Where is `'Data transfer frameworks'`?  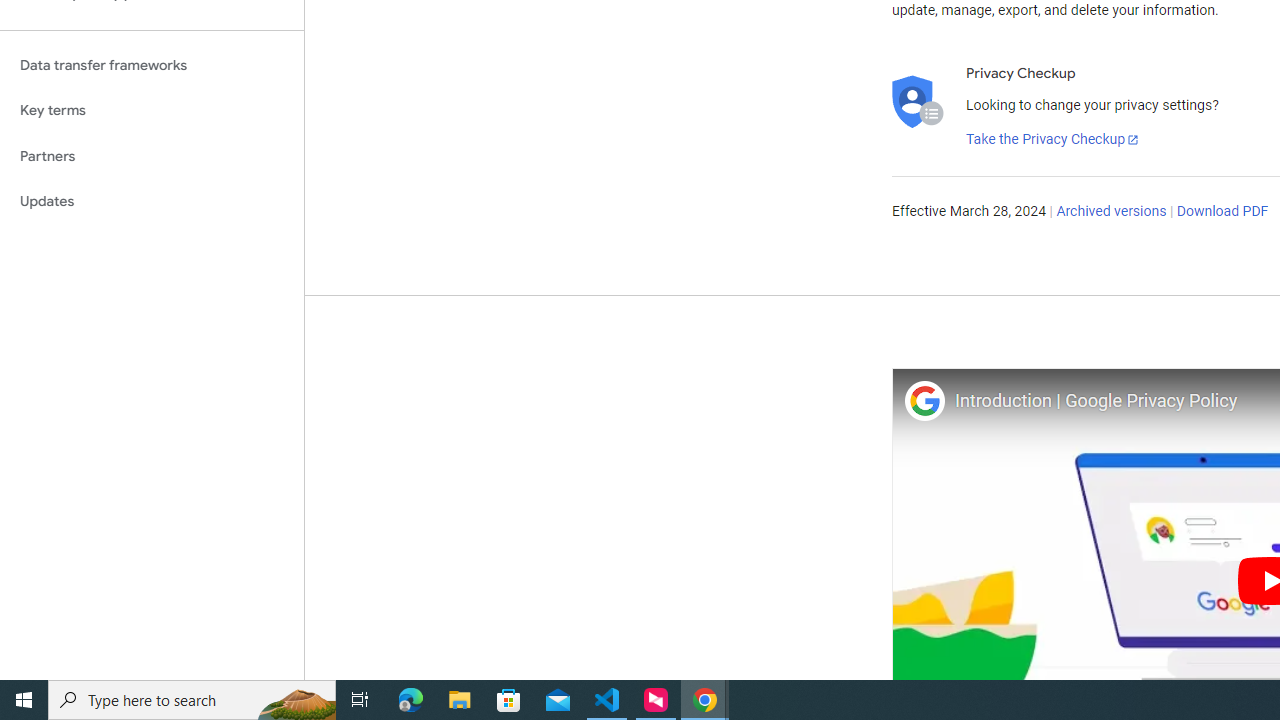
'Data transfer frameworks' is located at coordinates (151, 64).